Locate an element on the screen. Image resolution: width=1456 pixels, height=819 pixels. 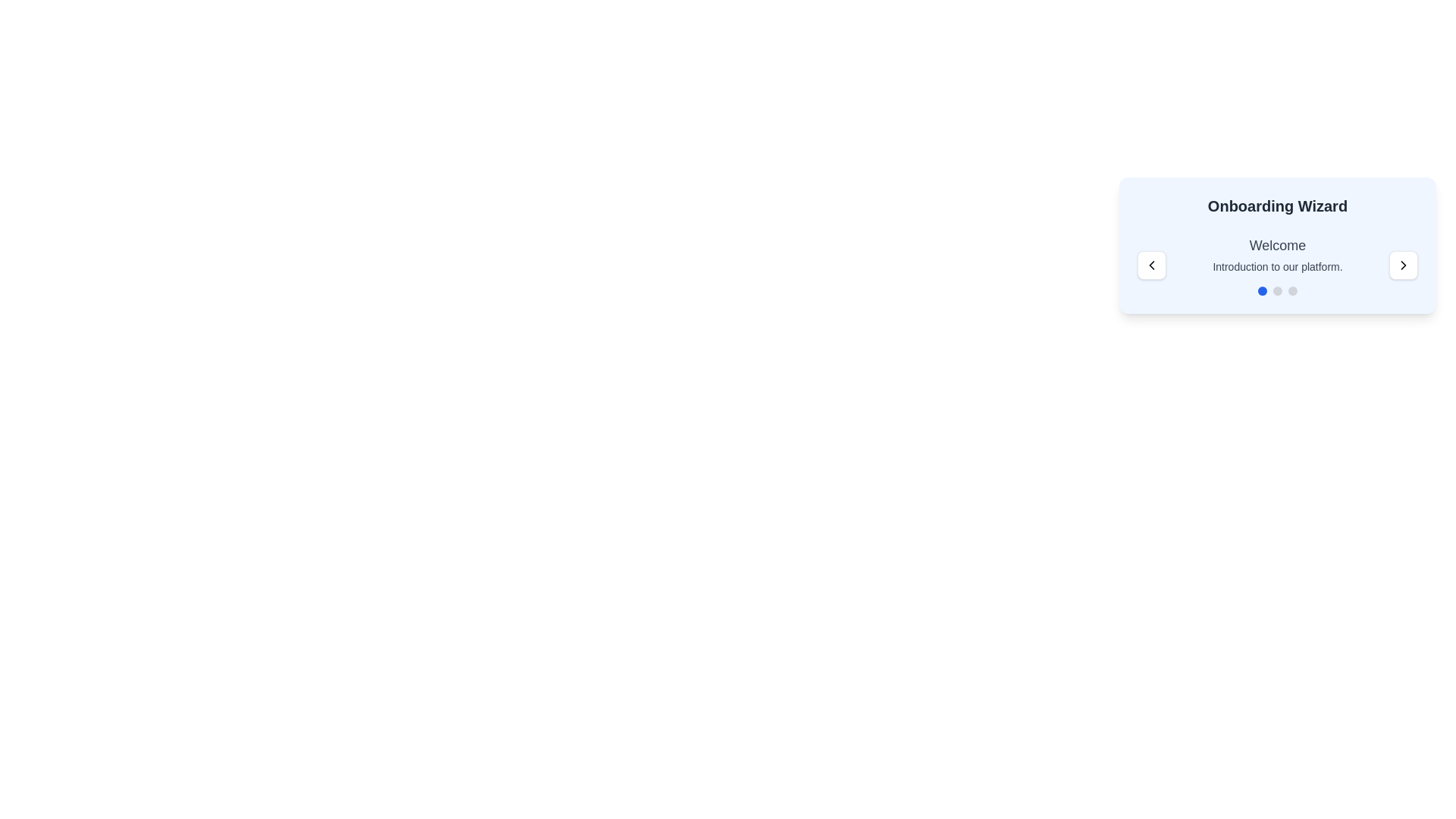
the left chevron arrow icon located in the upper-left section of the Onboarding Wizard panel is located at coordinates (1151, 265).